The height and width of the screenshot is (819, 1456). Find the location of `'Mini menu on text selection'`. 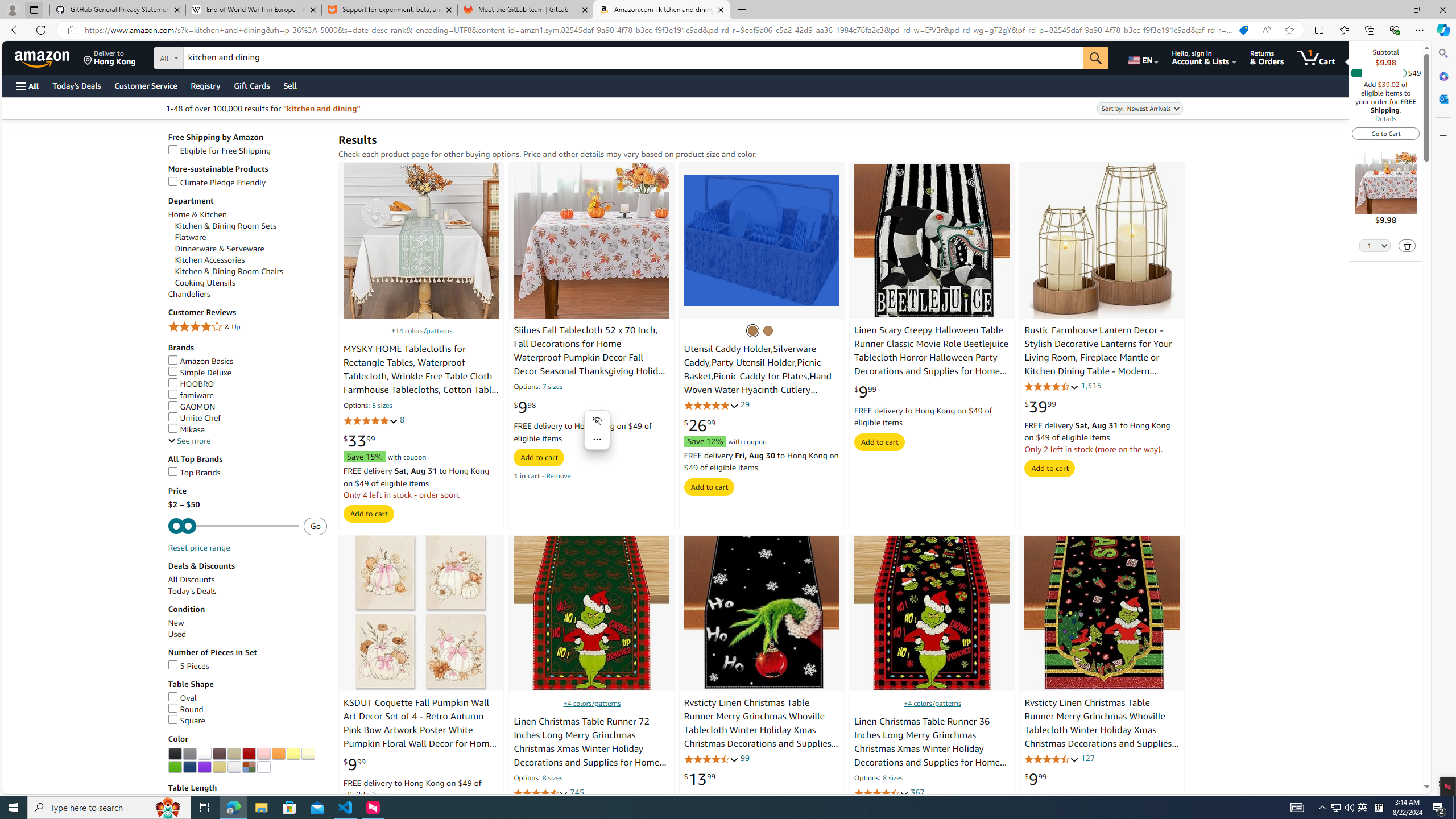

'Mini menu on text selection' is located at coordinates (597, 429).